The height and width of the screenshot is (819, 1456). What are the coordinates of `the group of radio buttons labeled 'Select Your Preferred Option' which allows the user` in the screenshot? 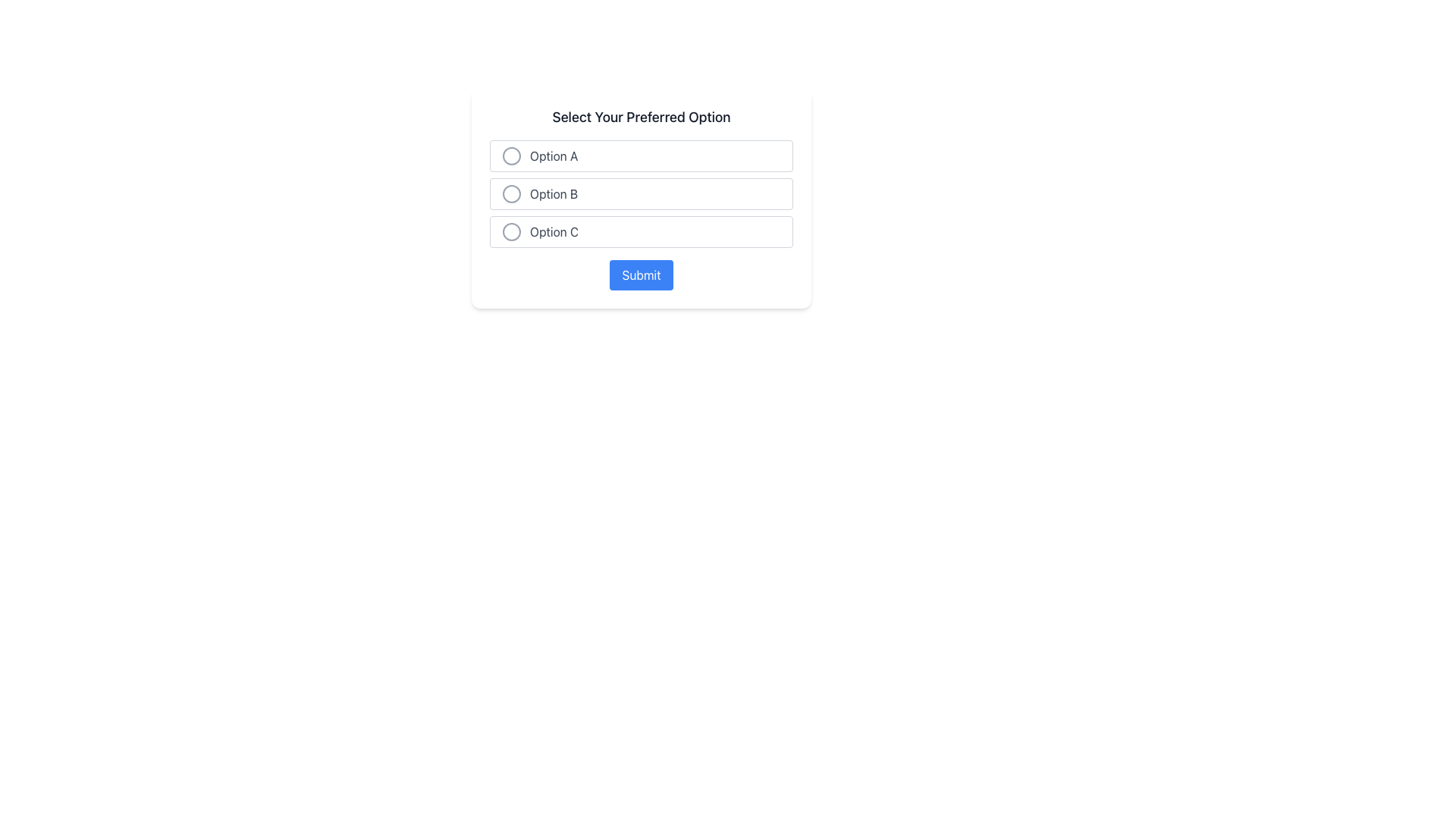 It's located at (641, 193).